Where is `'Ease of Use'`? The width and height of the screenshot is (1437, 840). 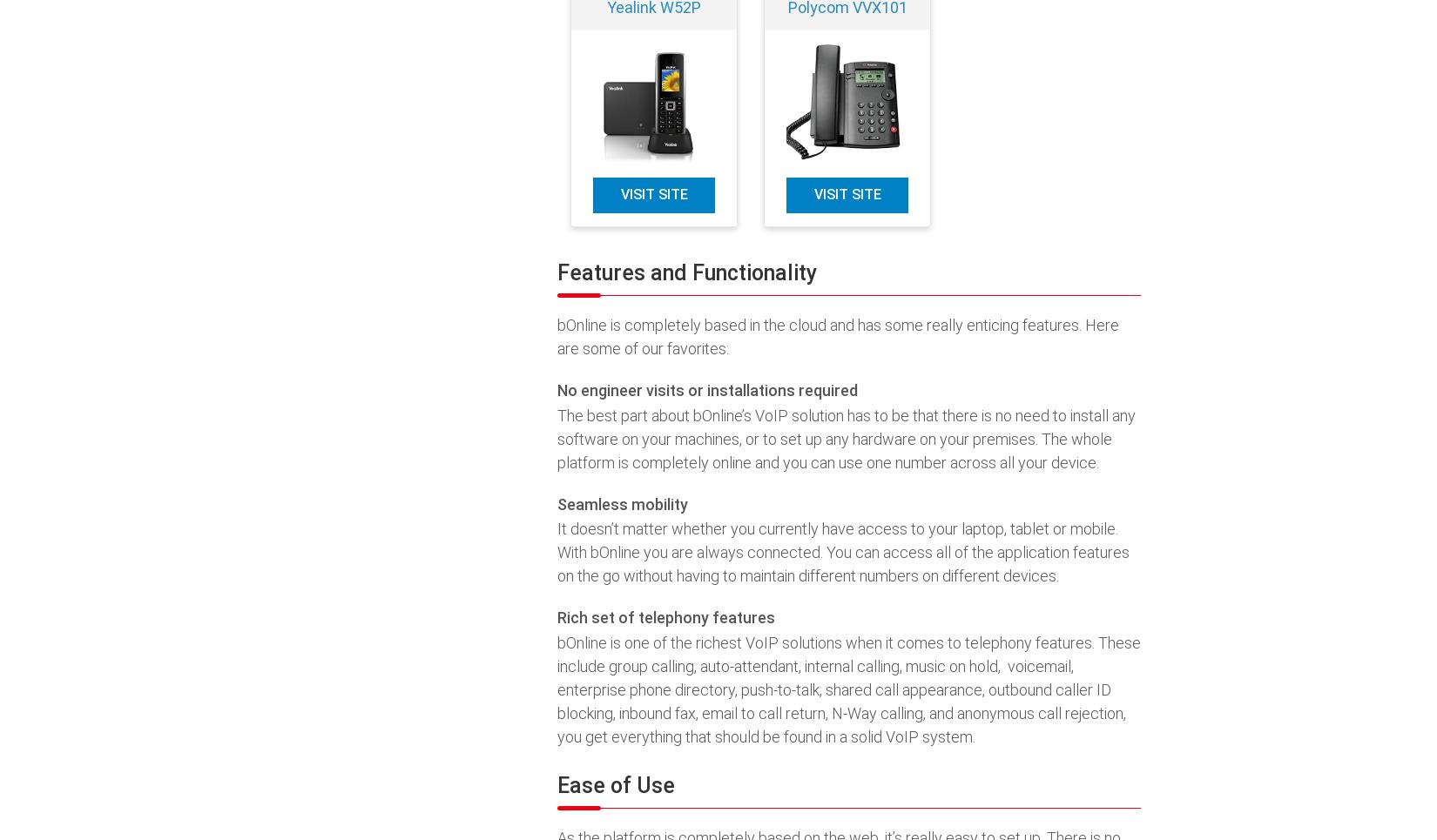 'Ease of Use' is located at coordinates (615, 784).